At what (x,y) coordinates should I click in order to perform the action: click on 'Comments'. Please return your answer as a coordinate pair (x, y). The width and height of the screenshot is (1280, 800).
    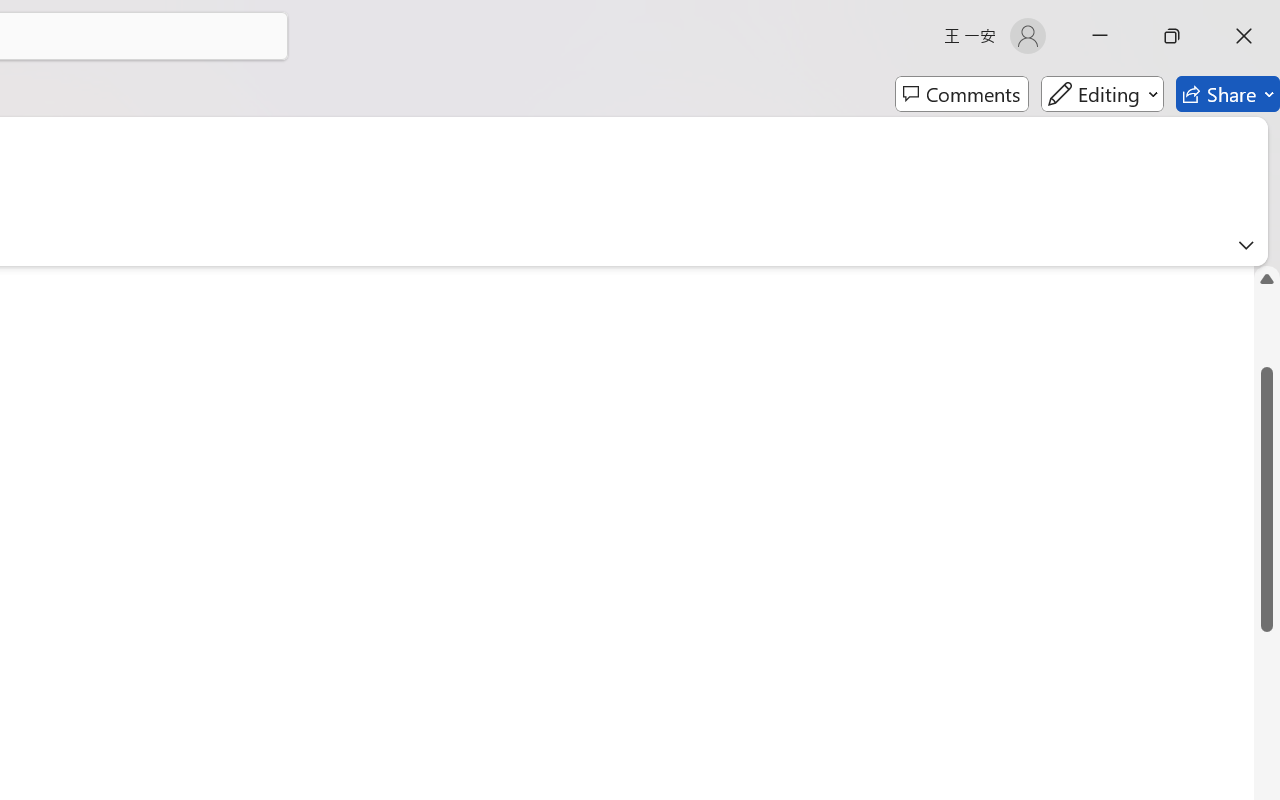
    Looking at the image, I should click on (961, 94).